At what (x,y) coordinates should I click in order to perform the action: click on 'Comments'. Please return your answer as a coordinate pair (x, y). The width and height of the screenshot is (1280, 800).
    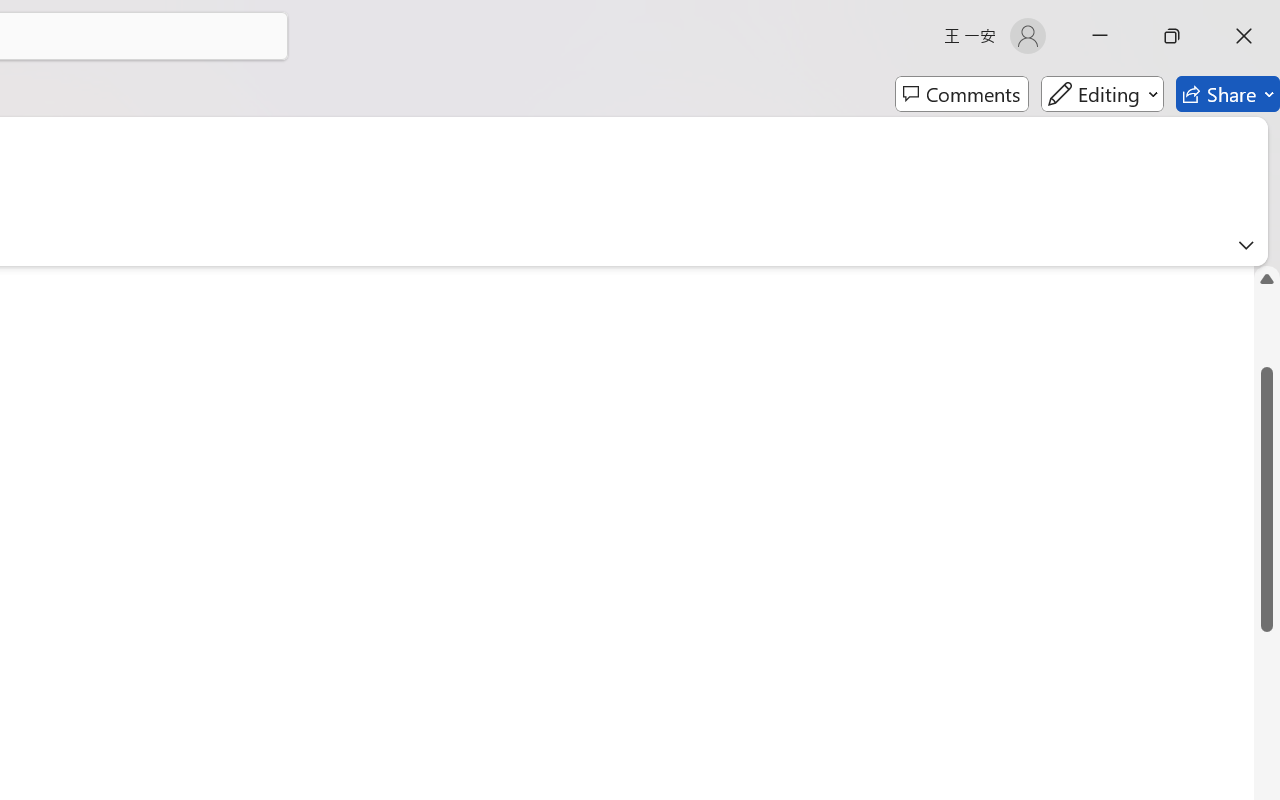
    Looking at the image, I should click on (961, 94).